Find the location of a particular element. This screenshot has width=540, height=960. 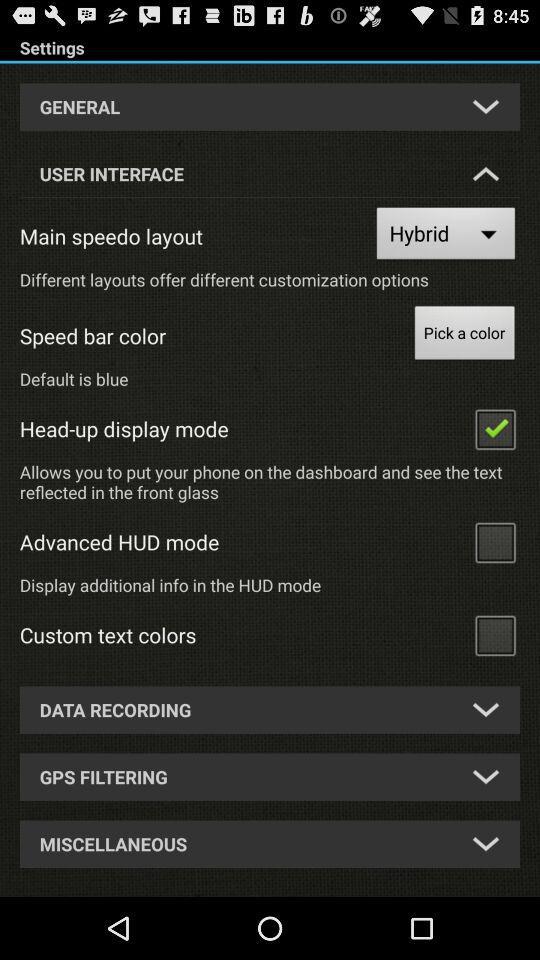

more info is located at coordinates (494, 541).